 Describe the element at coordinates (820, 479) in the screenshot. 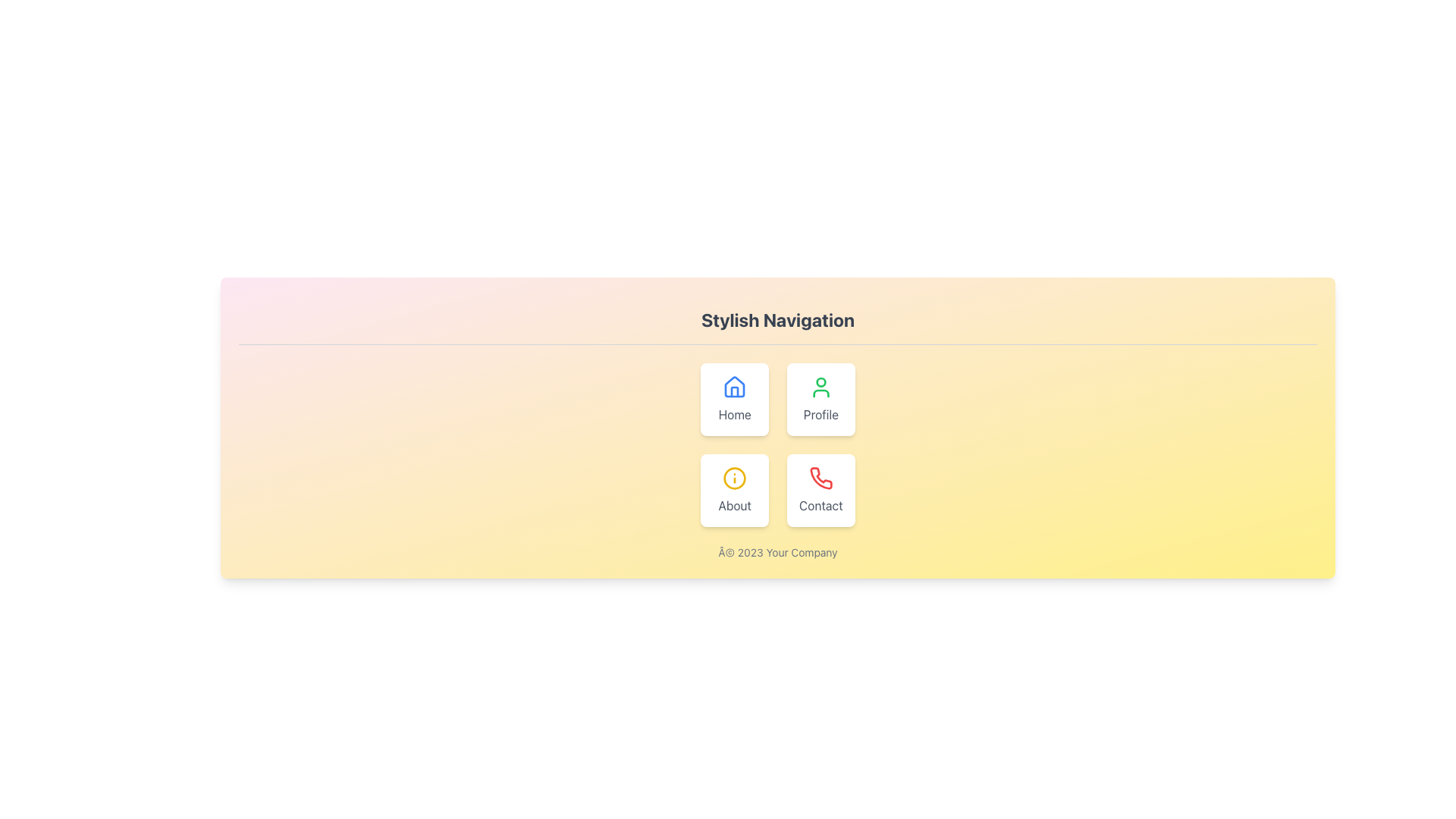

I see `the red phone icon located at the top of the 'Contact' card in the bottom-right quadrant of the interface` at that location.